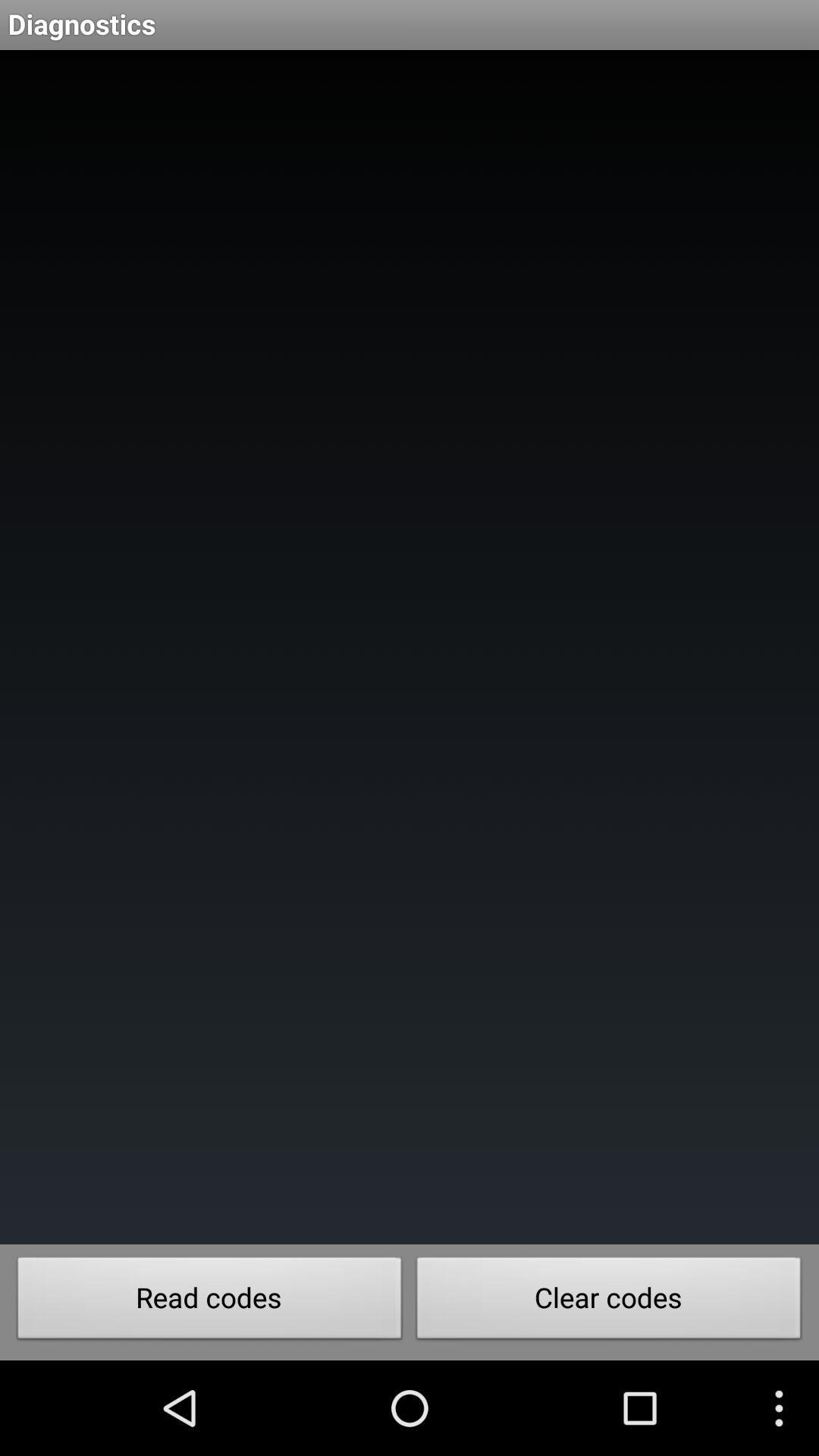 The width and height of the screenshot is (819, 1456). What do you see at coordinates (409, 647) in the screenshot?
I see `icon at the center` at bounding box center [409, 647].